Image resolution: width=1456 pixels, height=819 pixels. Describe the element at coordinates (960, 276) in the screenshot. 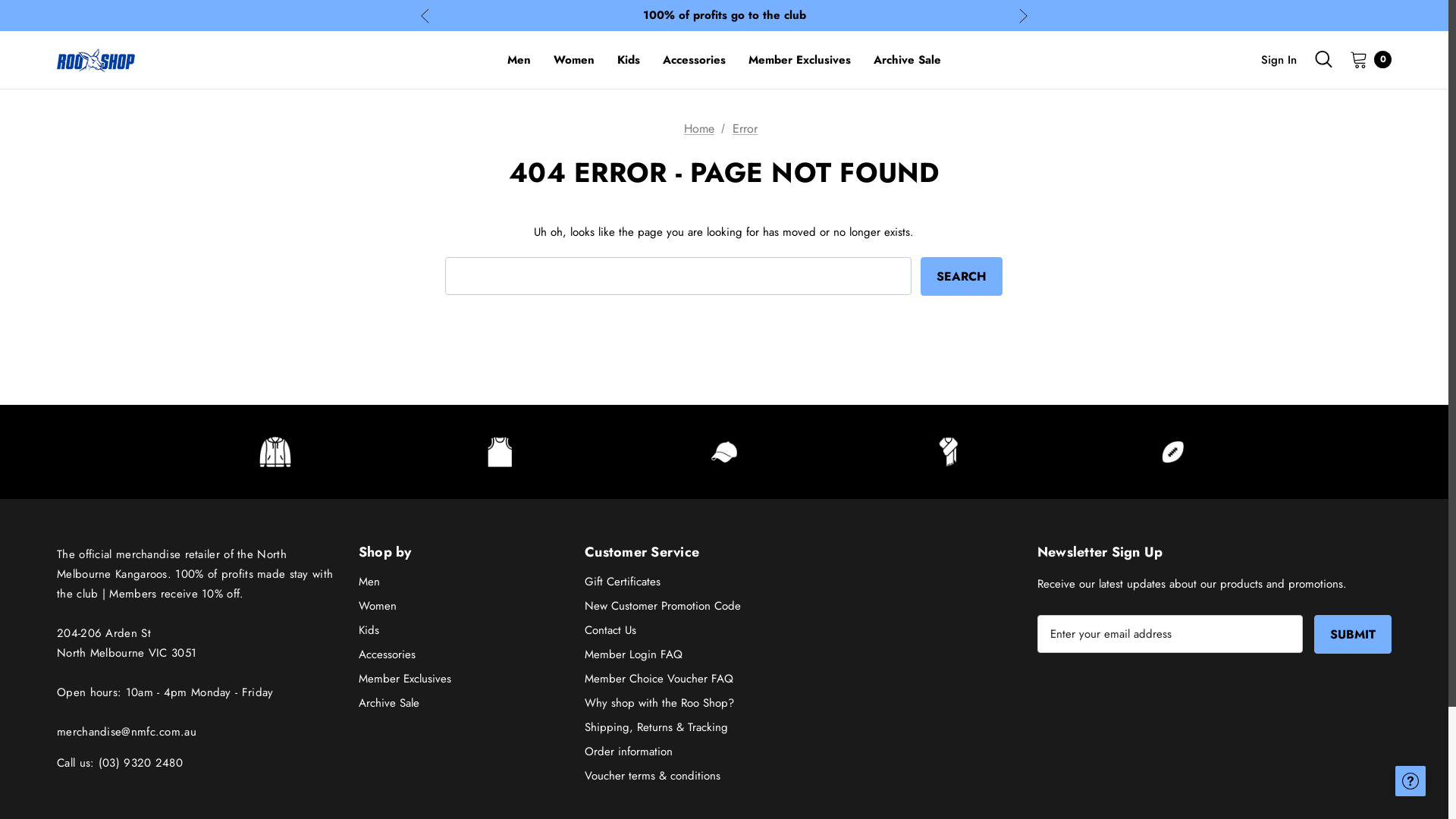

I see `'Search'` at that location.